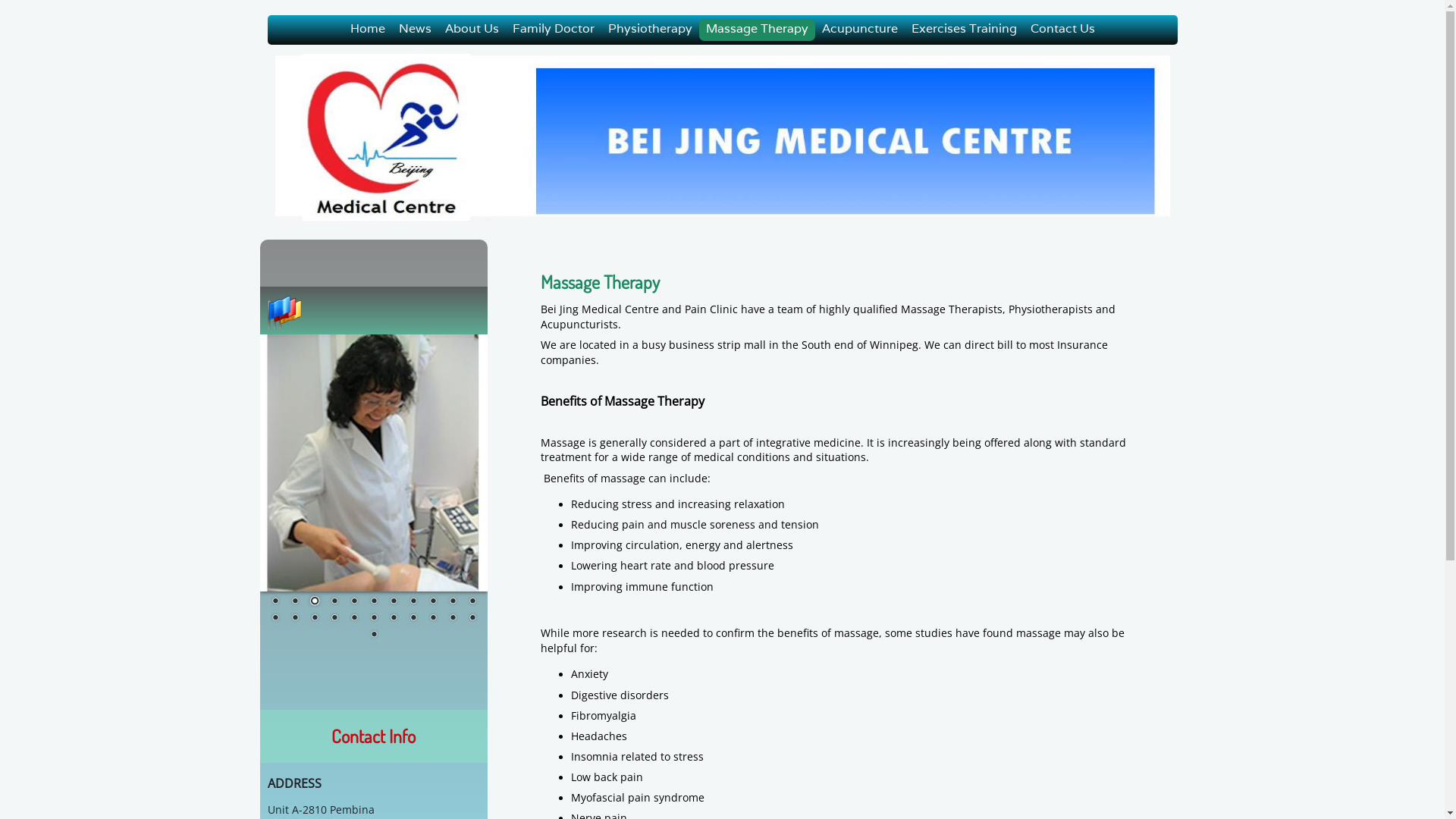  What do you see at coordinates (451, 601) in the screenshot?
I see `'10'` at bounding box center [451, 601].